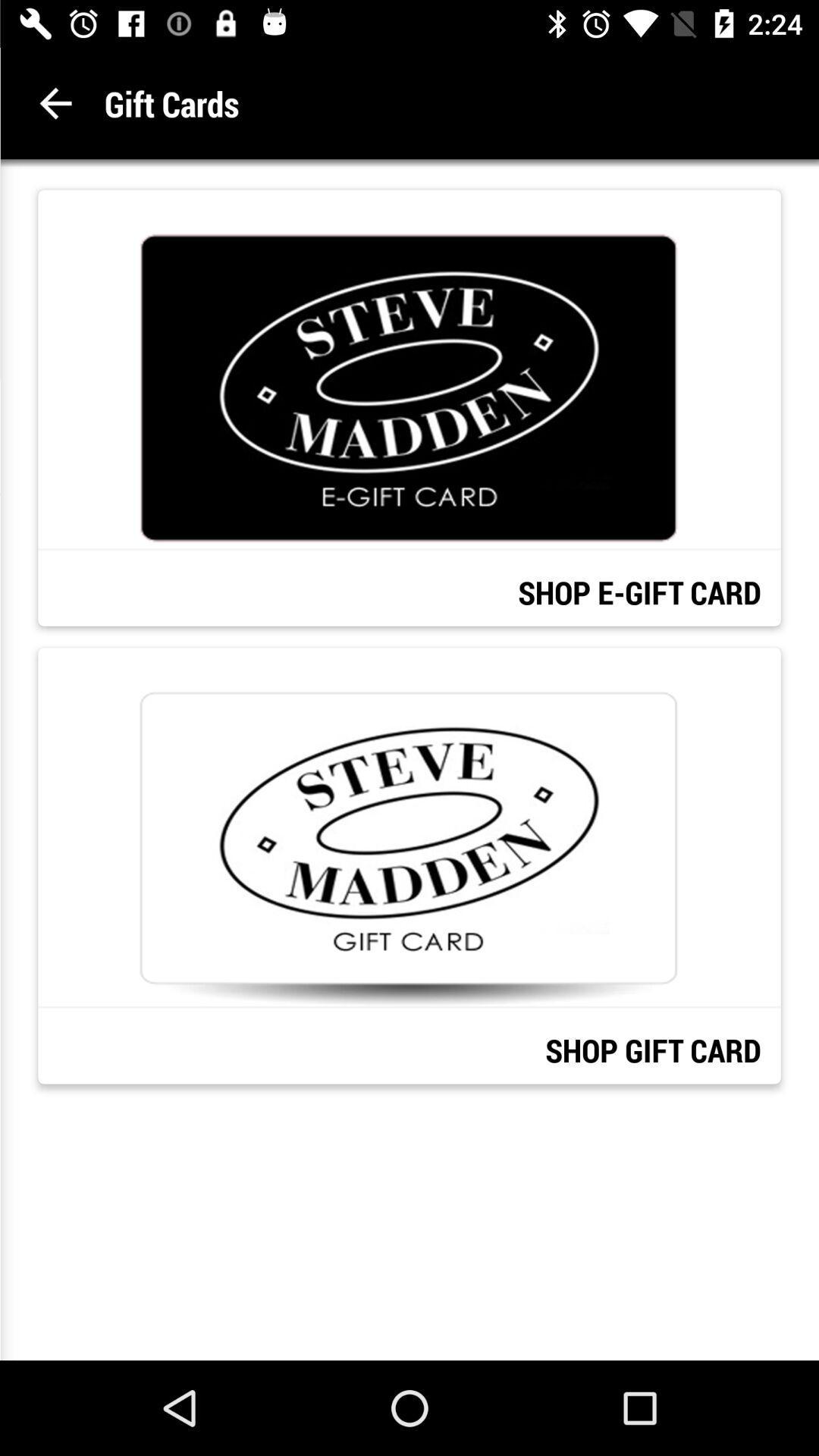 The width and height of the screenshot is (819, 1456). I want to click on the item to the left of gift cards item, so click(55, 102).